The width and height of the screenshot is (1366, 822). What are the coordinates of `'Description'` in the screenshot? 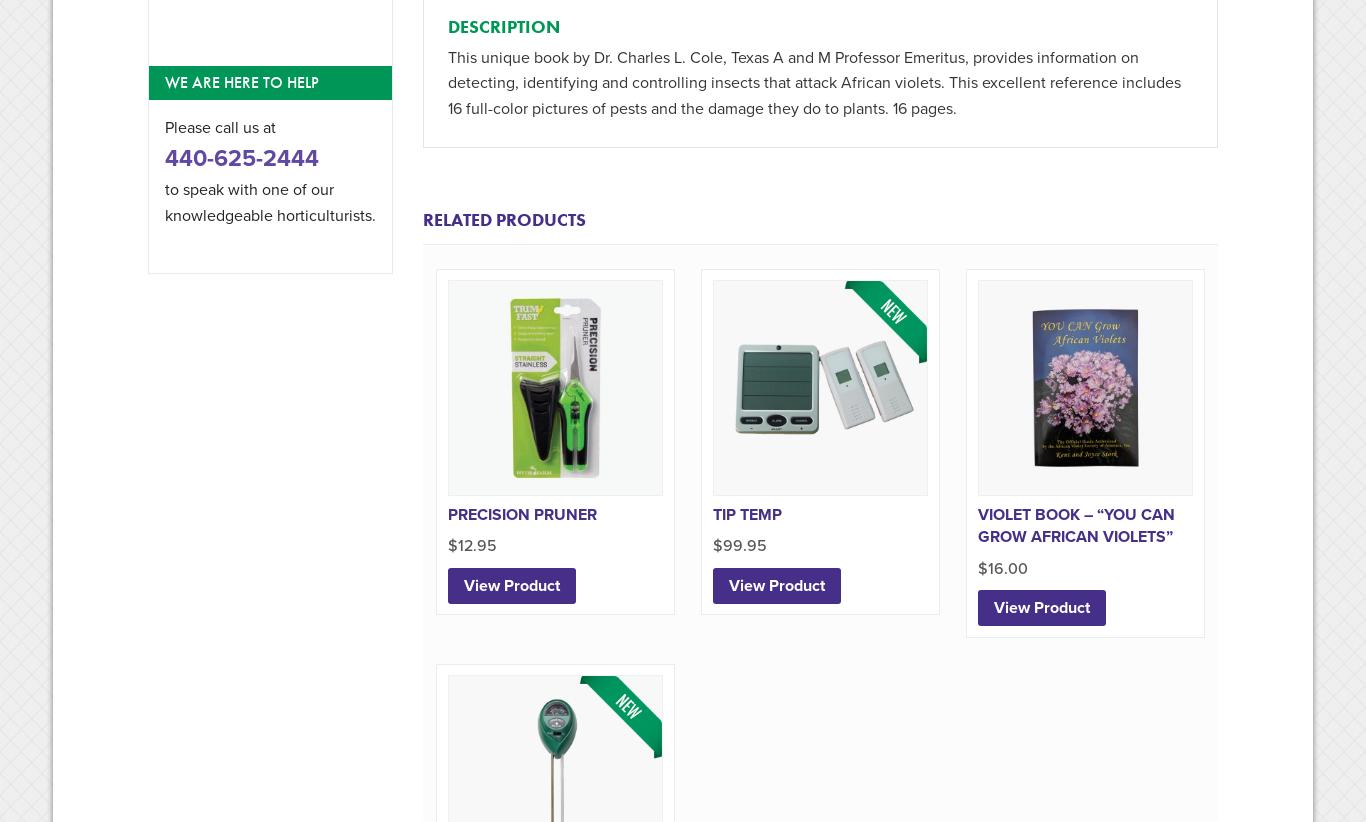 It's located at (504, 24).